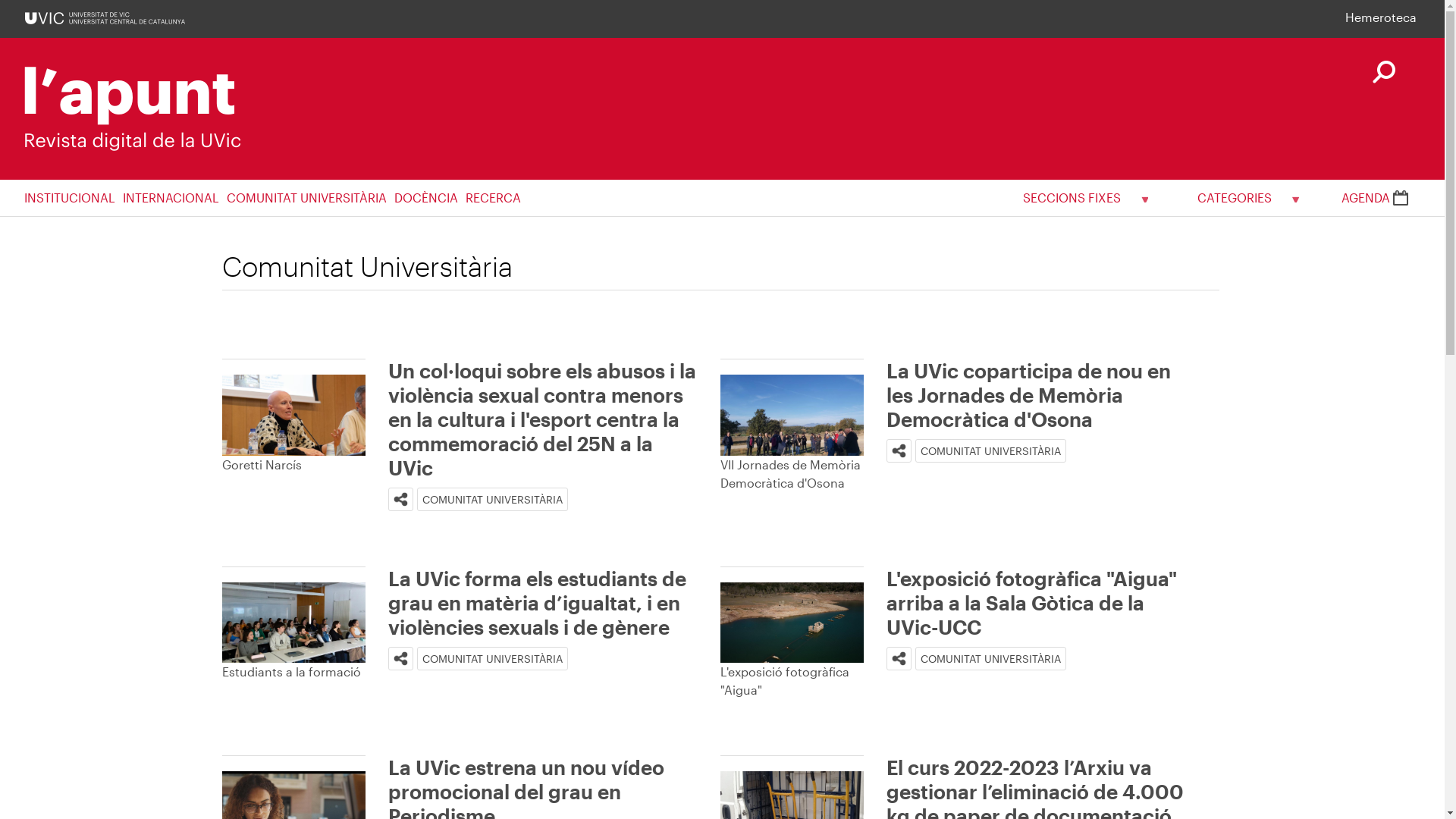 Image resolution: width=1456 pixels, height=819 pixels. Describe the element at coordinates (1380, 17) in the screenshot. I see `'Hemeroteca'` at that location.